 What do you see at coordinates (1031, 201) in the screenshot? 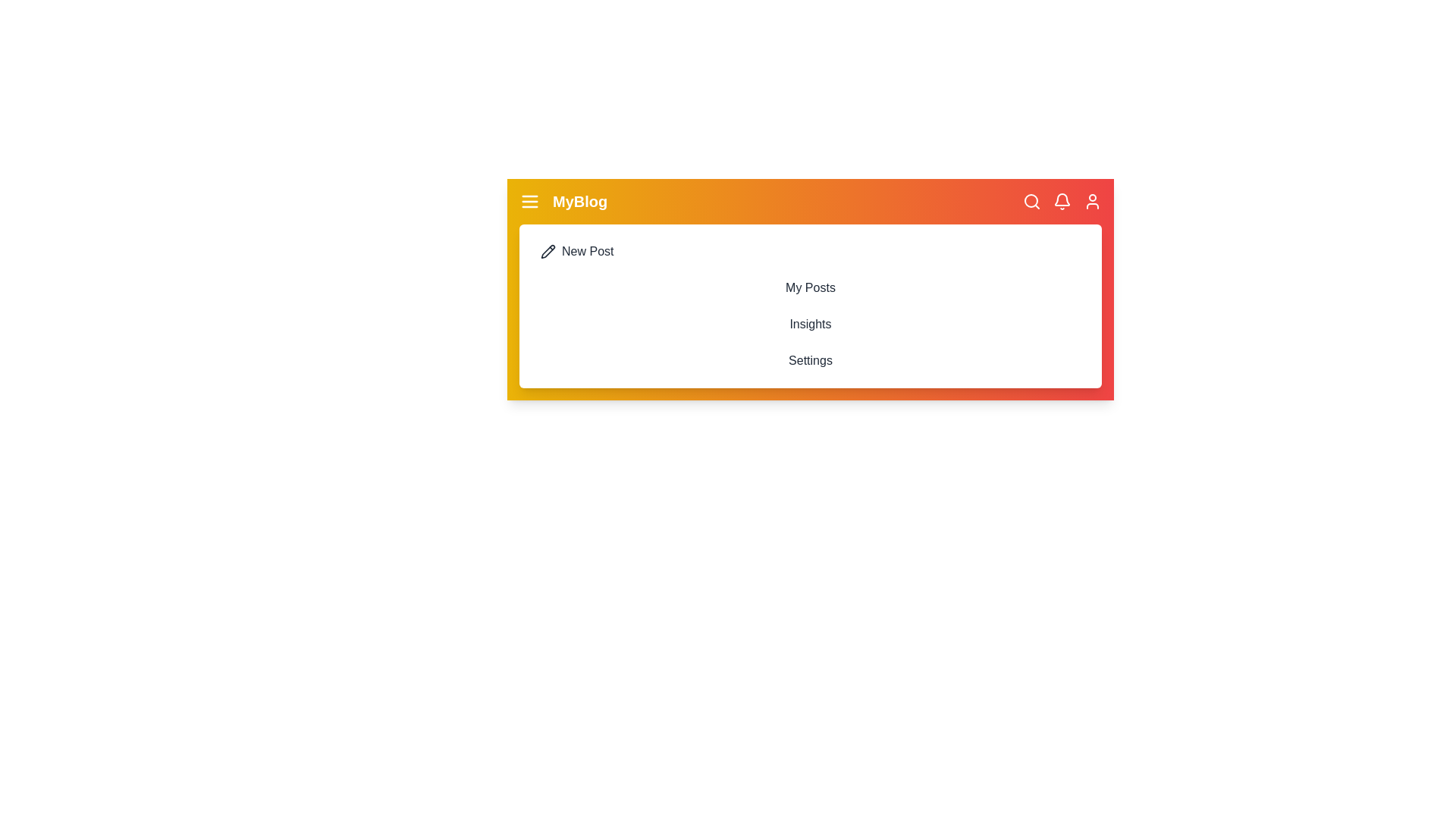
I see `the search icon in the app bar` at bounding box center [1031, 201].